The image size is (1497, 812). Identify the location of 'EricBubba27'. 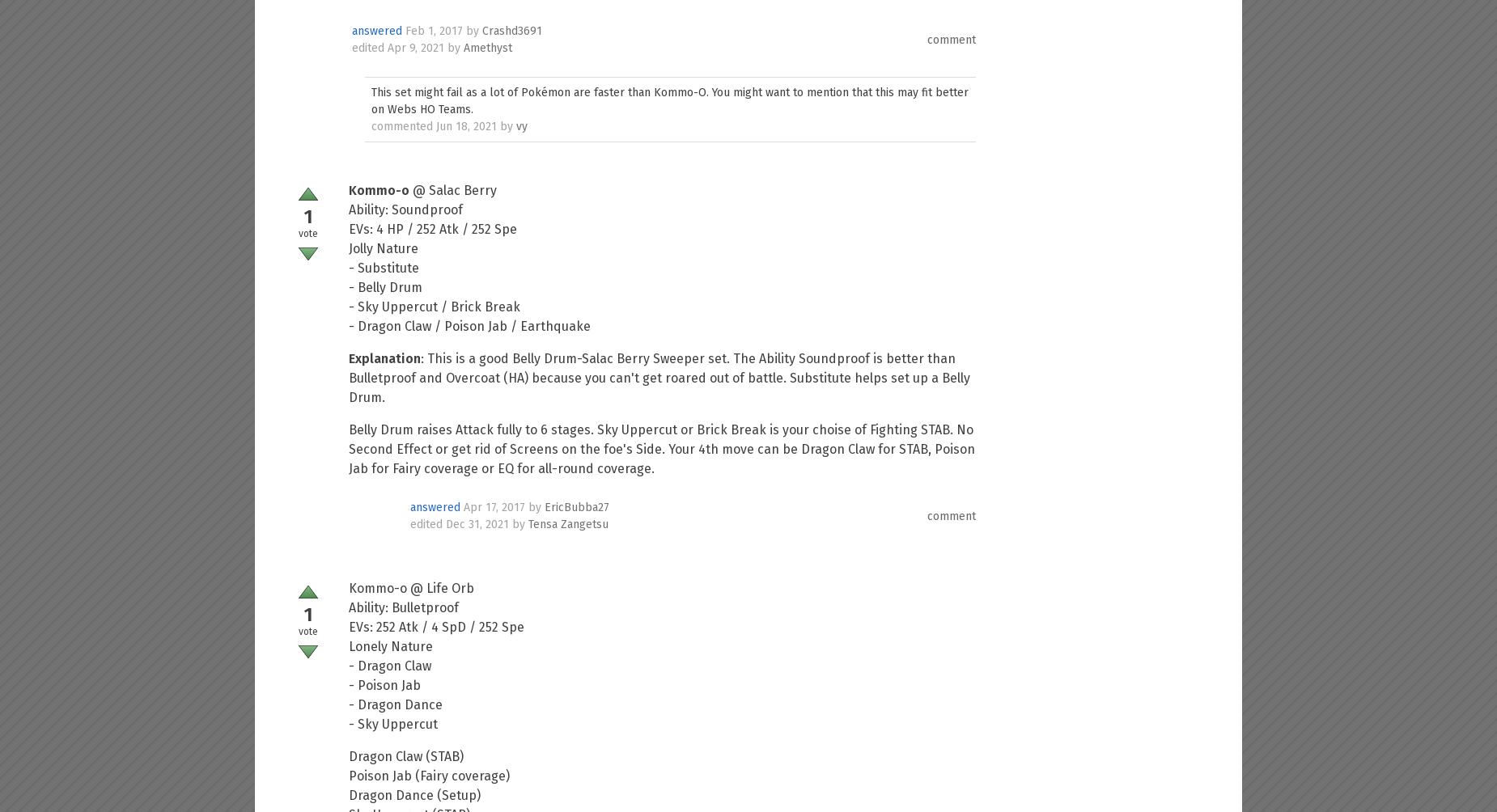
(576, 507).